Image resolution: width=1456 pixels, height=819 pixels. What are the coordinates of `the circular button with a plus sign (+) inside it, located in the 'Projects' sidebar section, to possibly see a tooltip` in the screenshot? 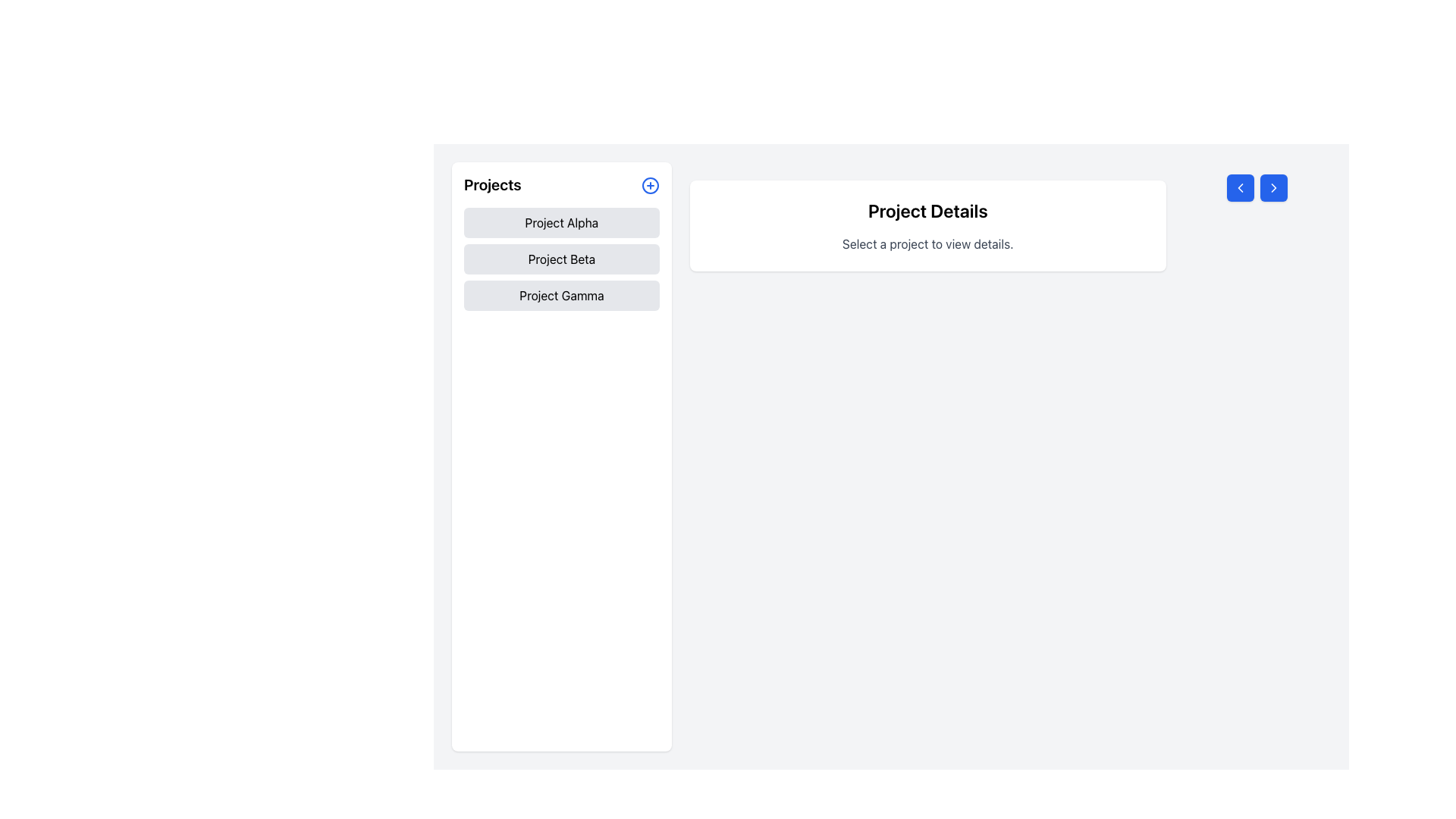 It's located at (650, 184).